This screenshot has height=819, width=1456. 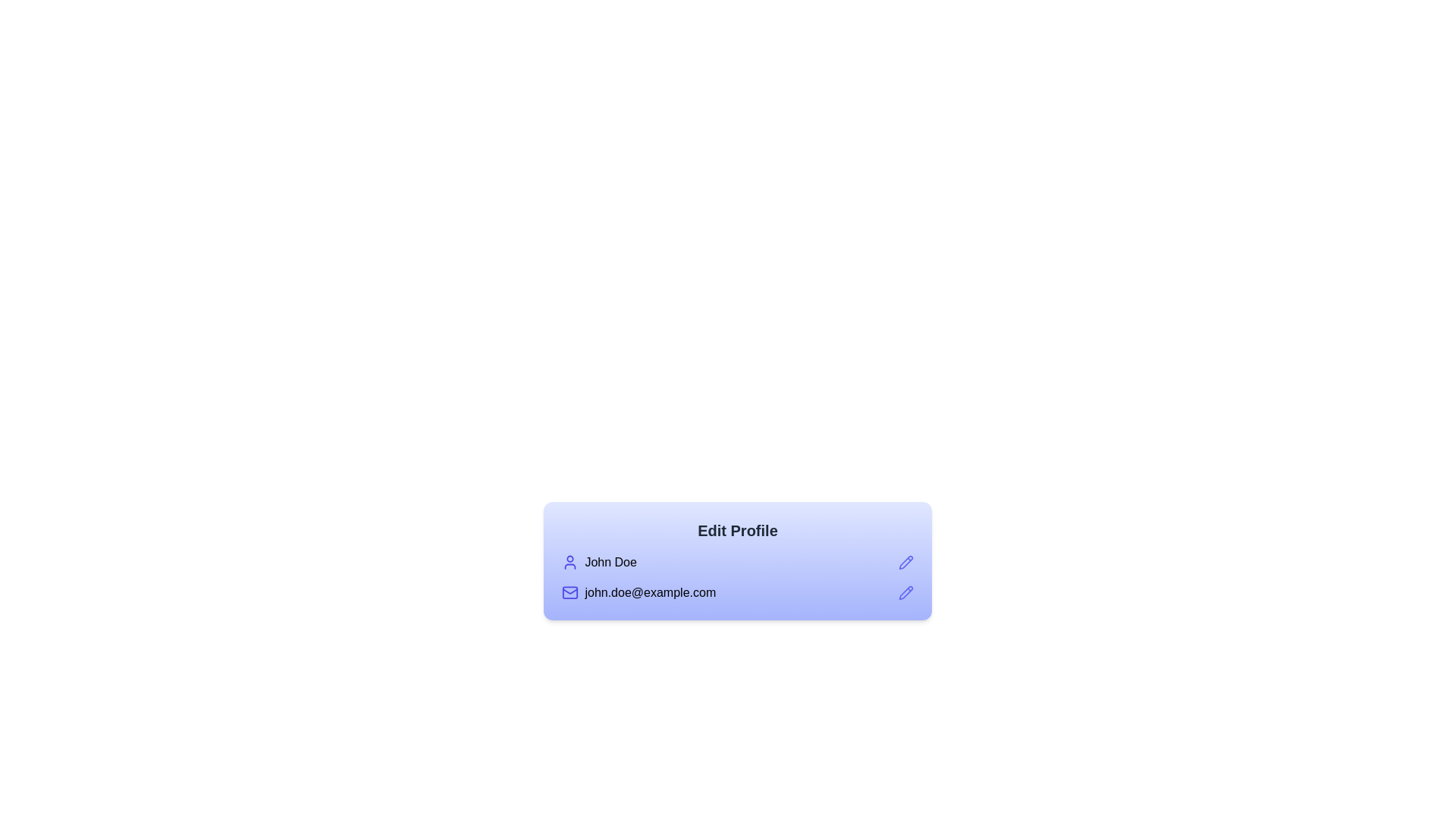 What do you see at coordinates (906, 562) in the screenshot?
I see `the blue pen icon located in the top right corner of the user's profile information card` at bounding box center [906, 562].